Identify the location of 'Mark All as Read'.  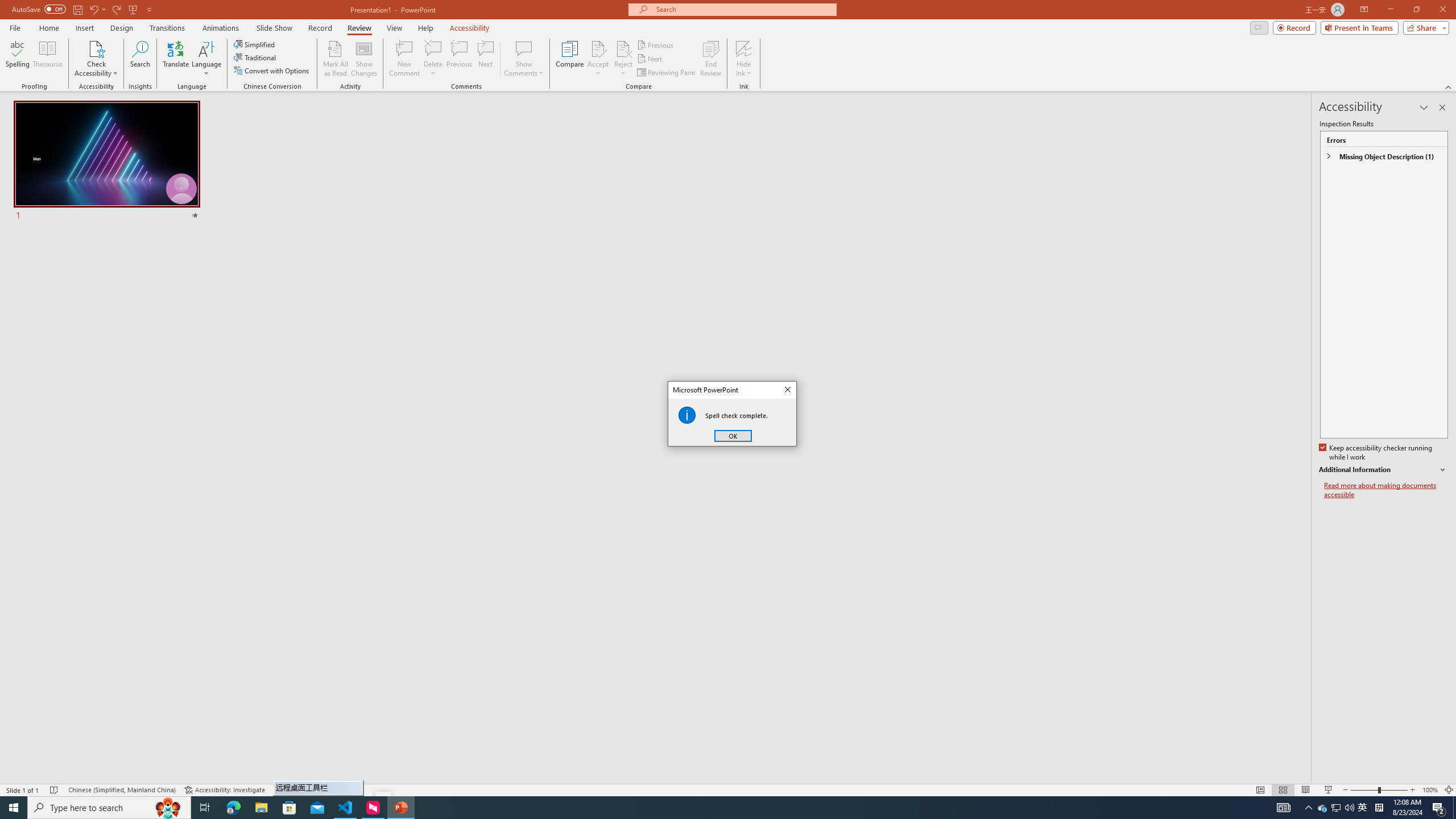
(336, 59).